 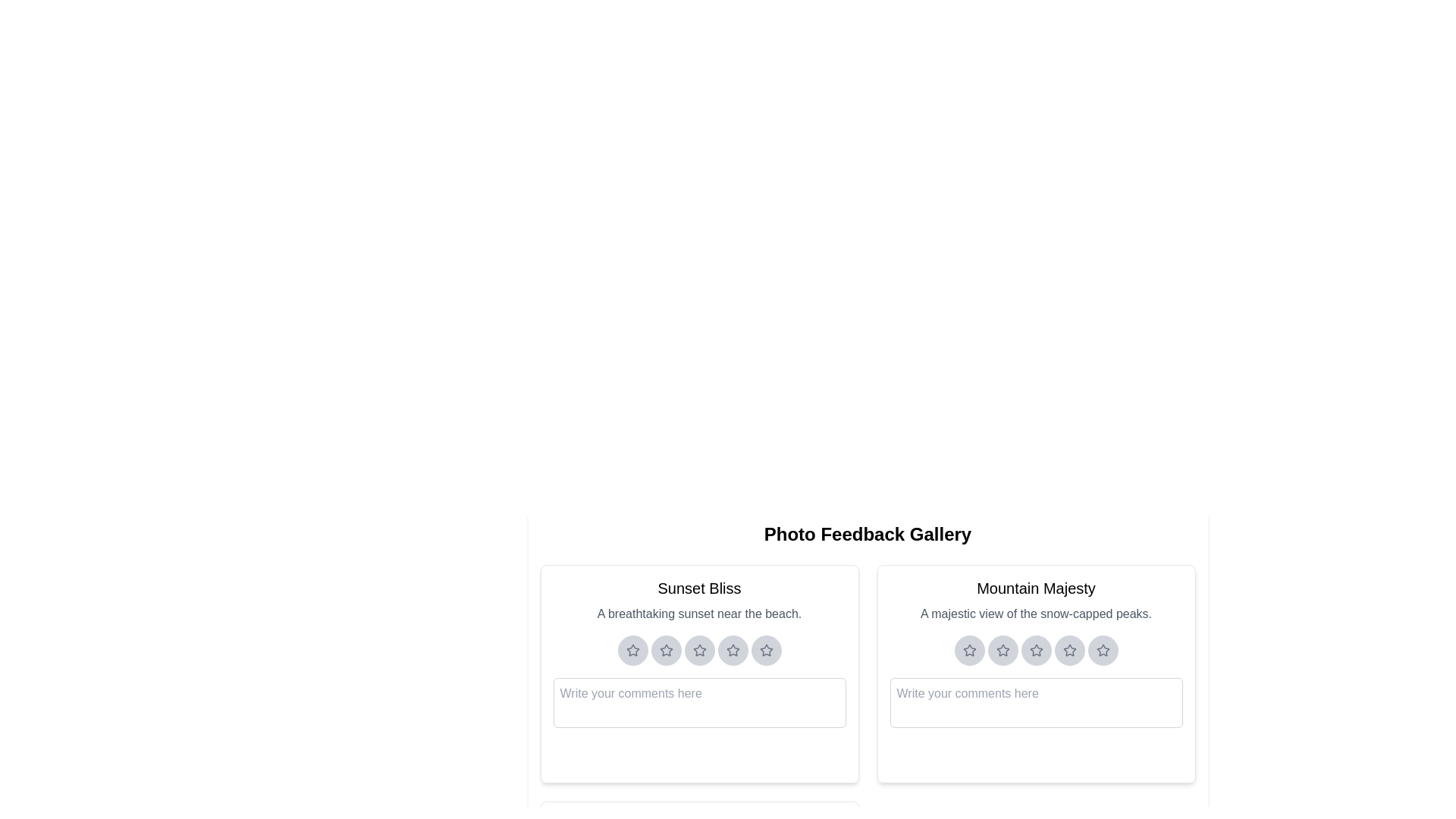 What do you see at coordinates (1103, 649) in the screenshot?
I see `the fifth star button, which is a circular button with a star icon inside, located below 'Mountain Majesty' and above the comment input box, to provide a rating` at bounding box center [1103, 649].